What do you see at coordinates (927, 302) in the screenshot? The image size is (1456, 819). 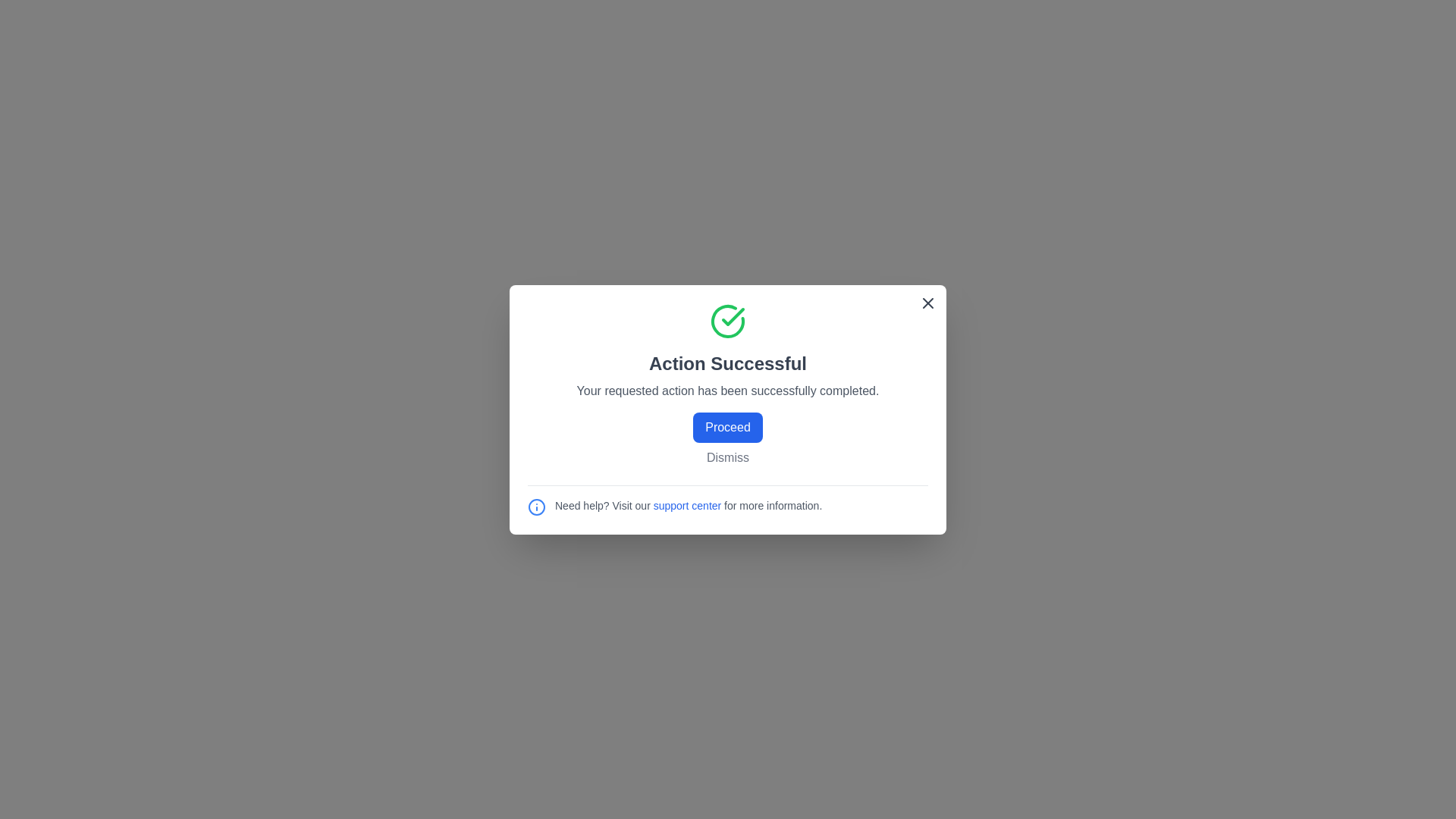 I see `the close button icon, which resembles a diagonal cross ('X') located in the top right corner of the modal` at bounding box center [927, 302].